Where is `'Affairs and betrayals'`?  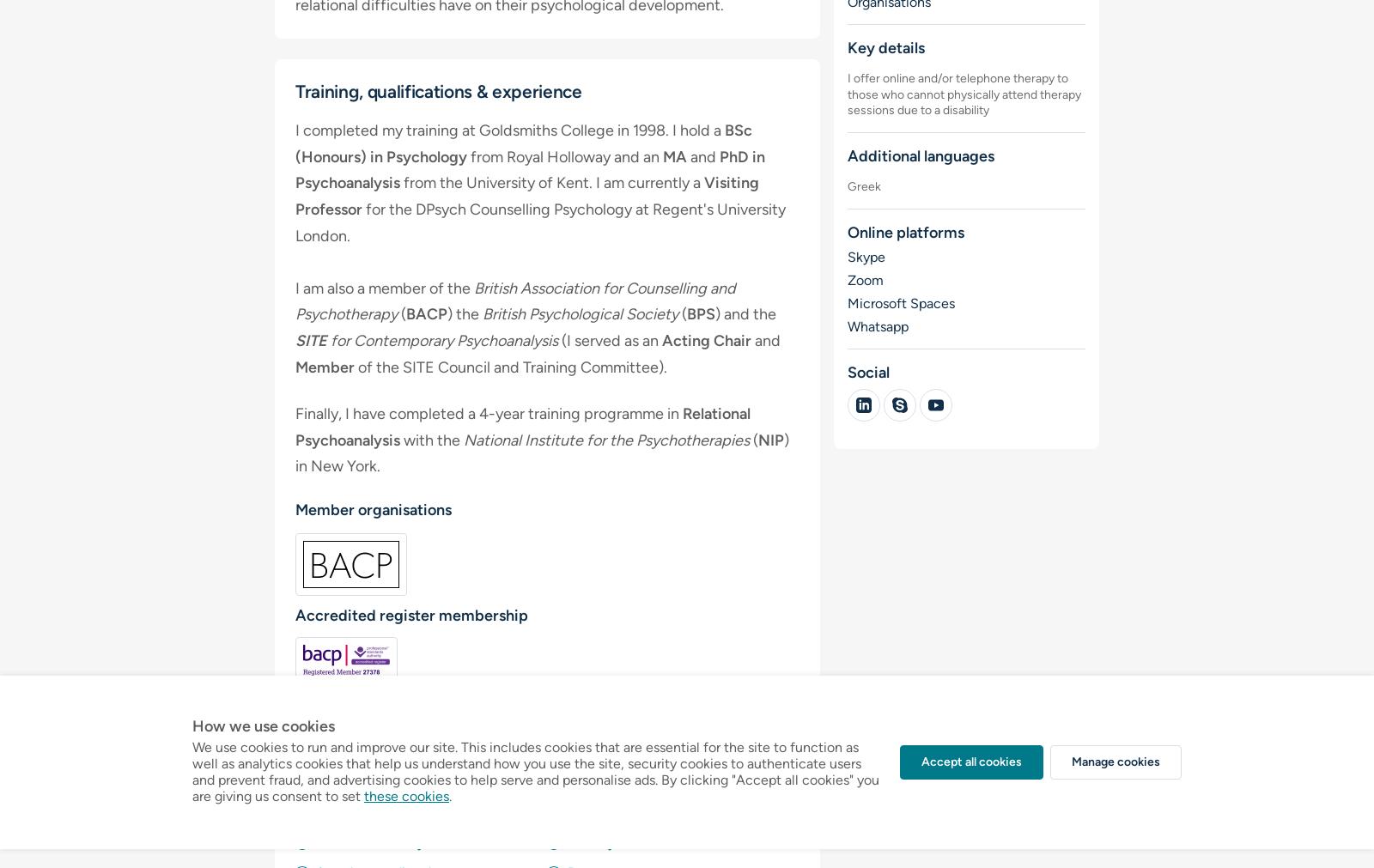
'Affairs and betrayals' is located at coordinates (377, 842).